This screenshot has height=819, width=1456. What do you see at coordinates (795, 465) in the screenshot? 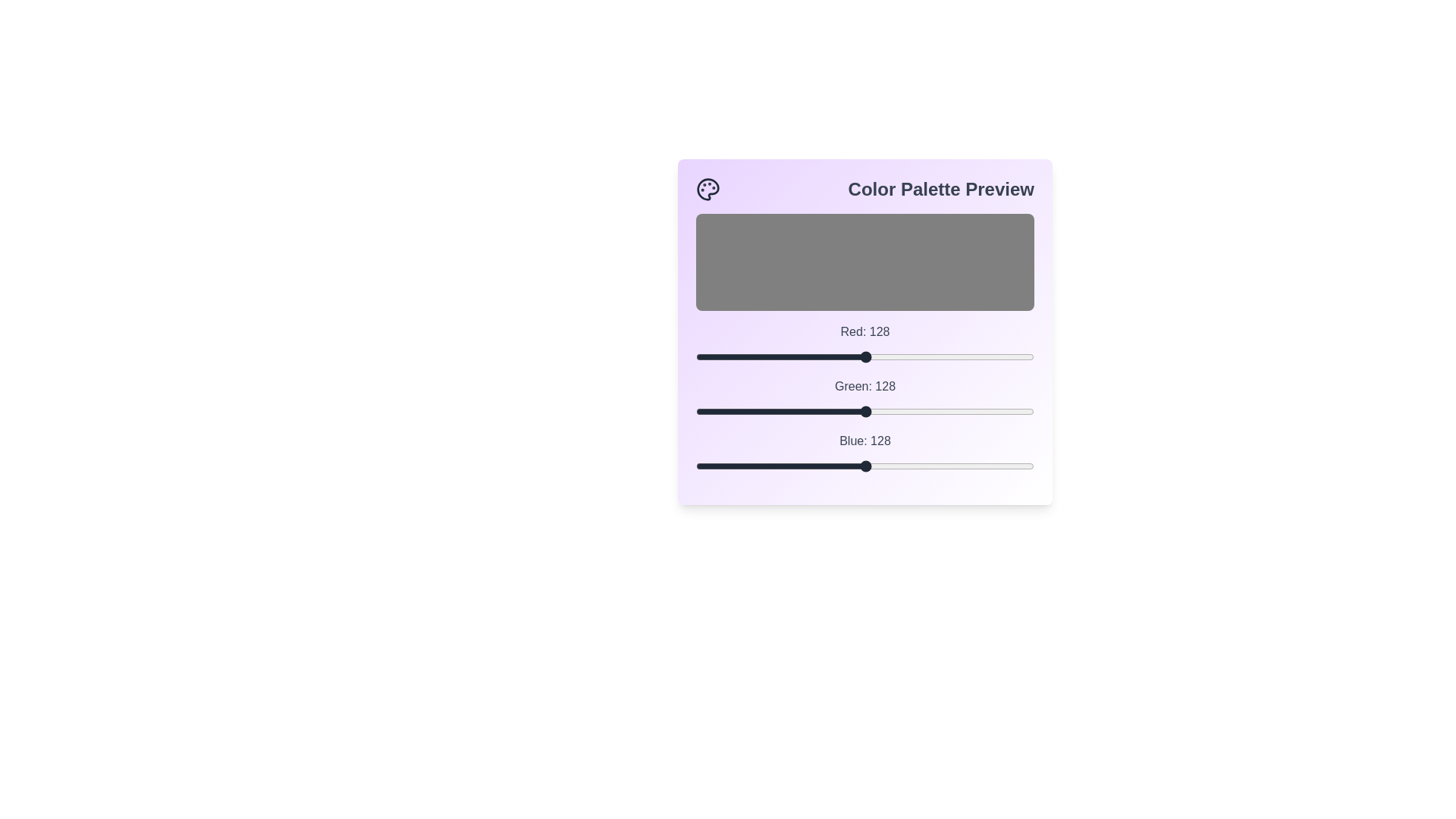
I see `the blue color value` at bounding box center [795, 465].